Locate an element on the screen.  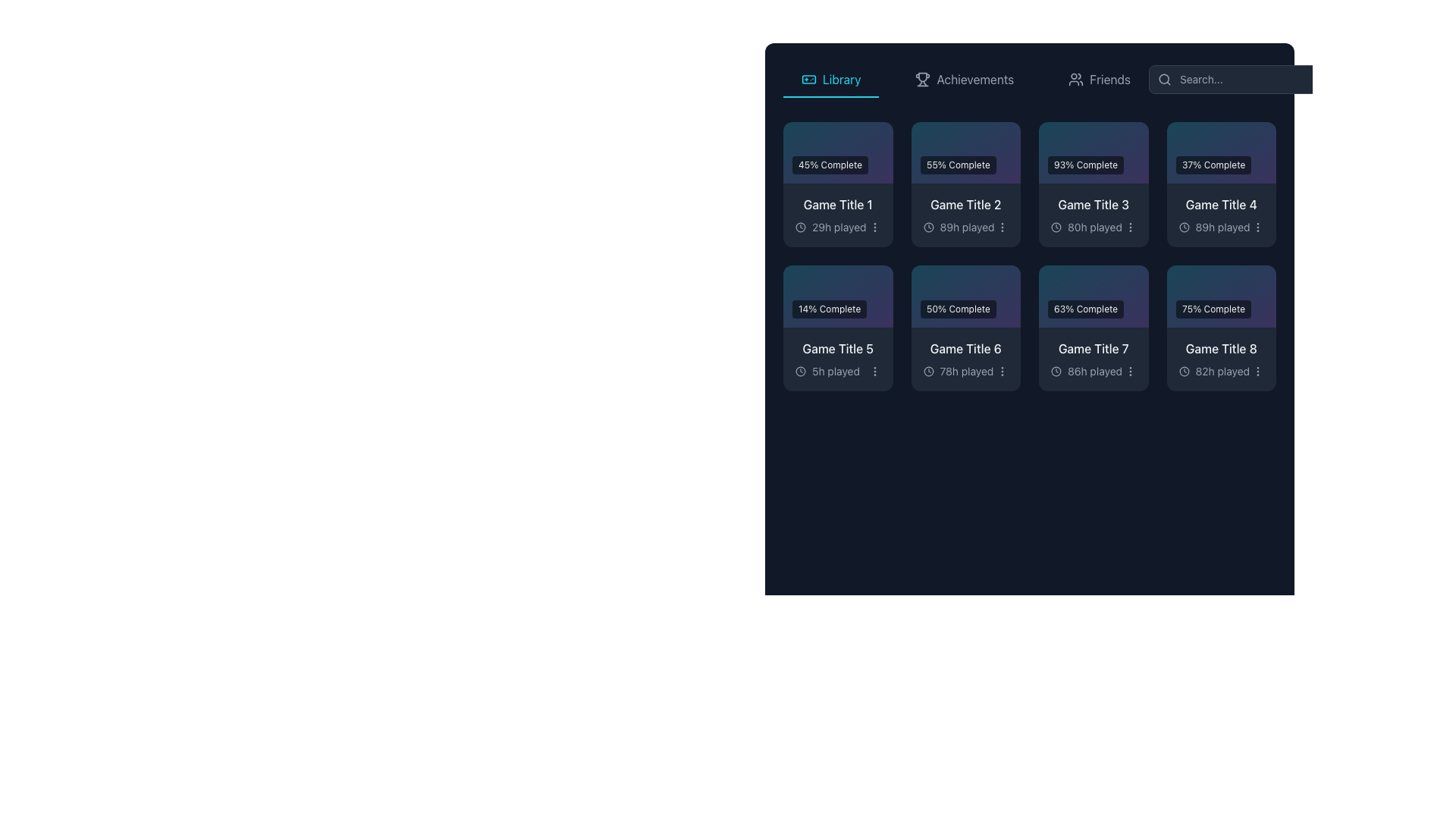
the text label displaying '29h played' with the associated clock icon, located within the information panel of 'Game Title 1' is located at coordinates (837, 227).